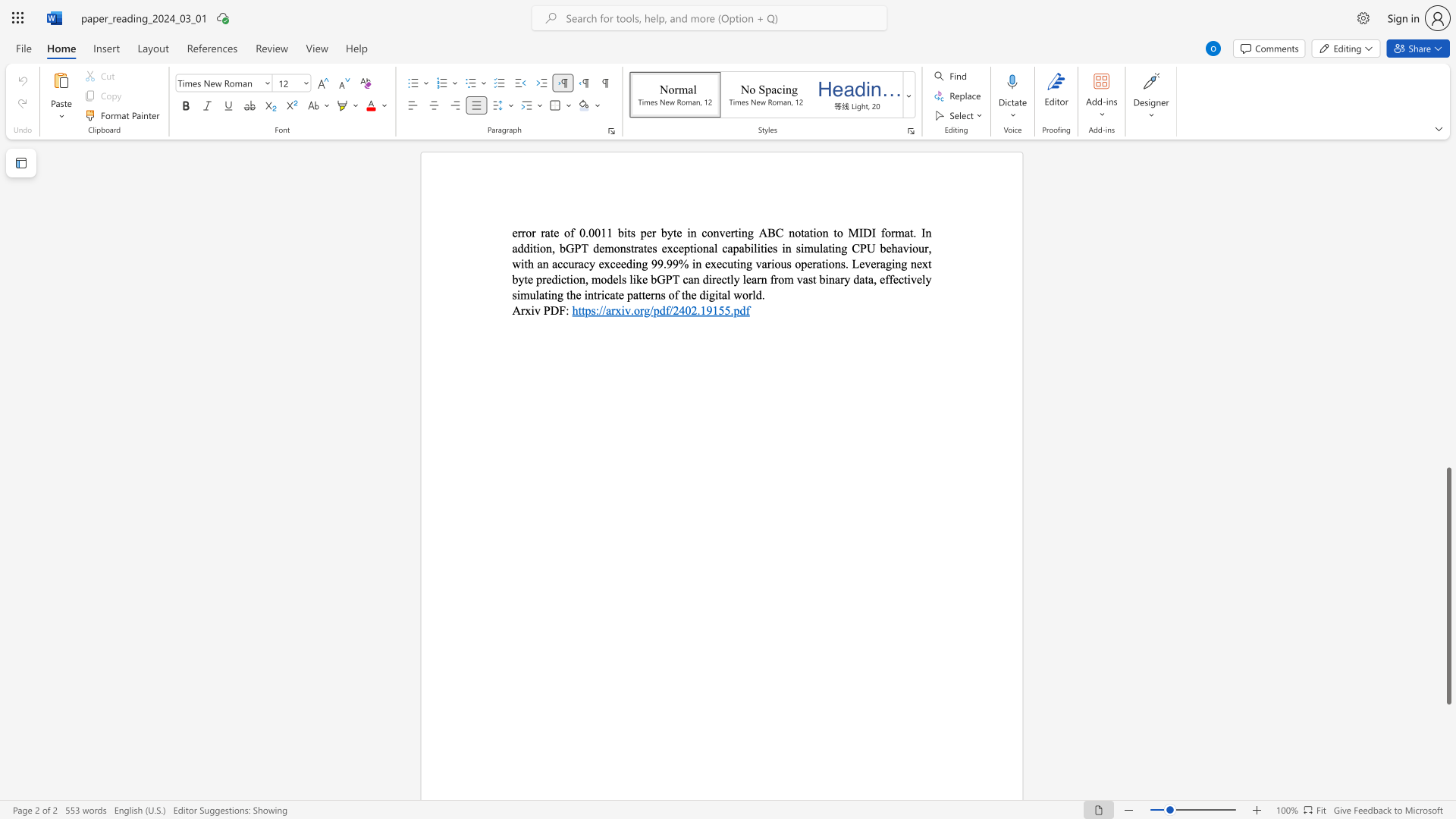 This screenshot has width=1456, height=819. Describe the element at coordinates (1448, 394) in the screenshot. I see `the scrollbar to scroll upward` at that location.